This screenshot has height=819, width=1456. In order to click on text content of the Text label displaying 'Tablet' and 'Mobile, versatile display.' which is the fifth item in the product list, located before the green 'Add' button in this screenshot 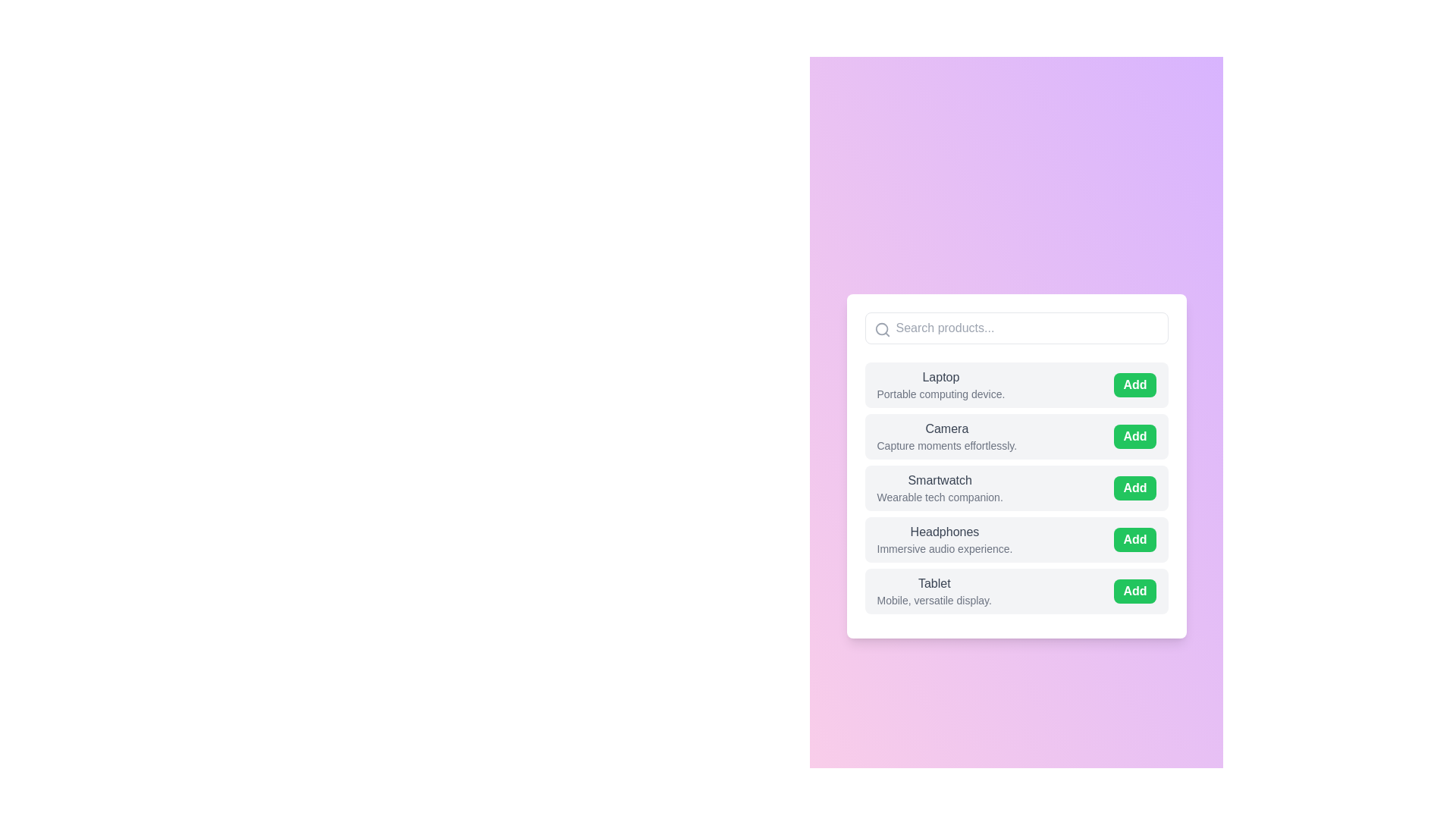, I will do `click(934, 590)`.